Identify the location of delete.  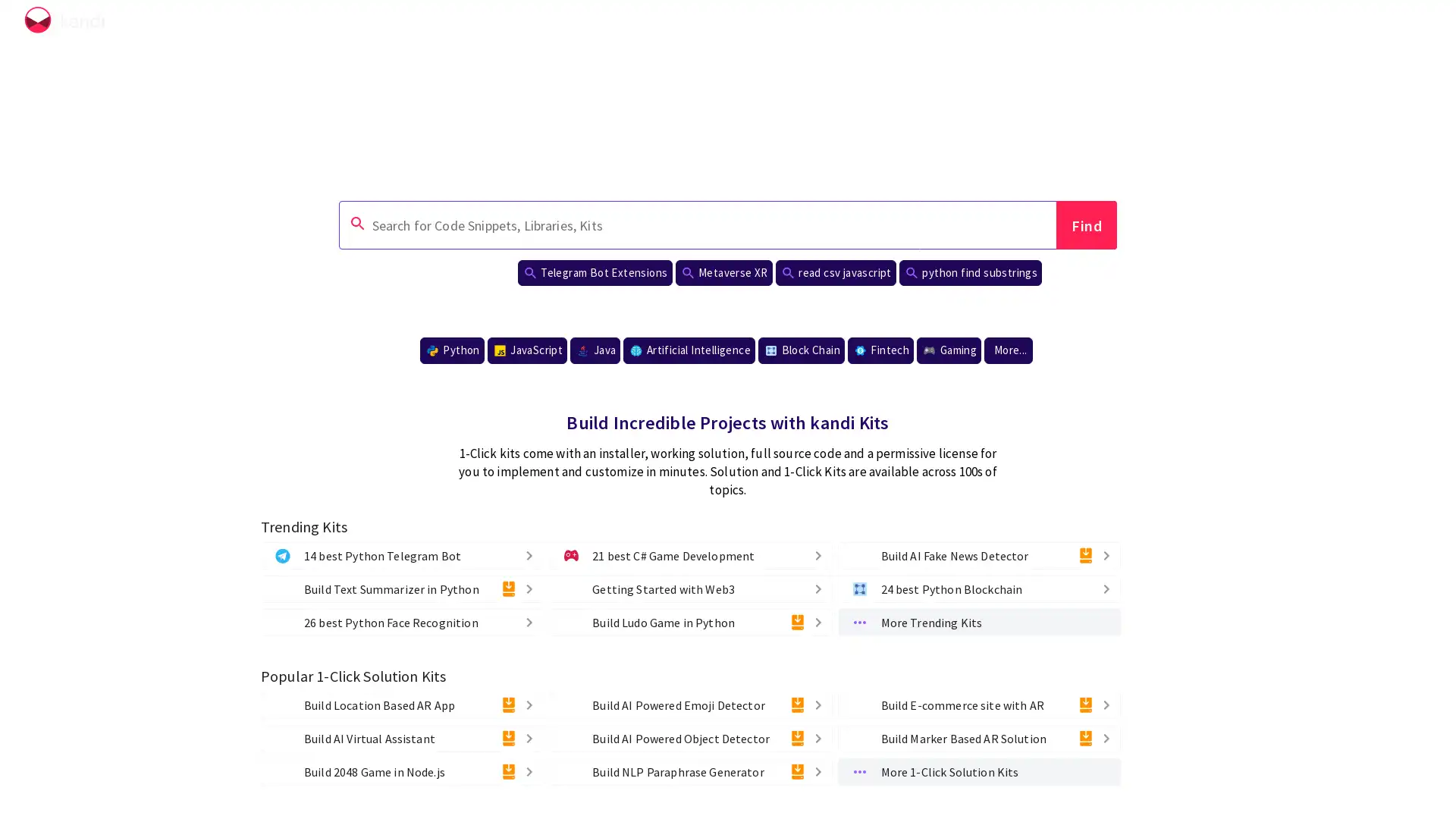
(1106, 555).